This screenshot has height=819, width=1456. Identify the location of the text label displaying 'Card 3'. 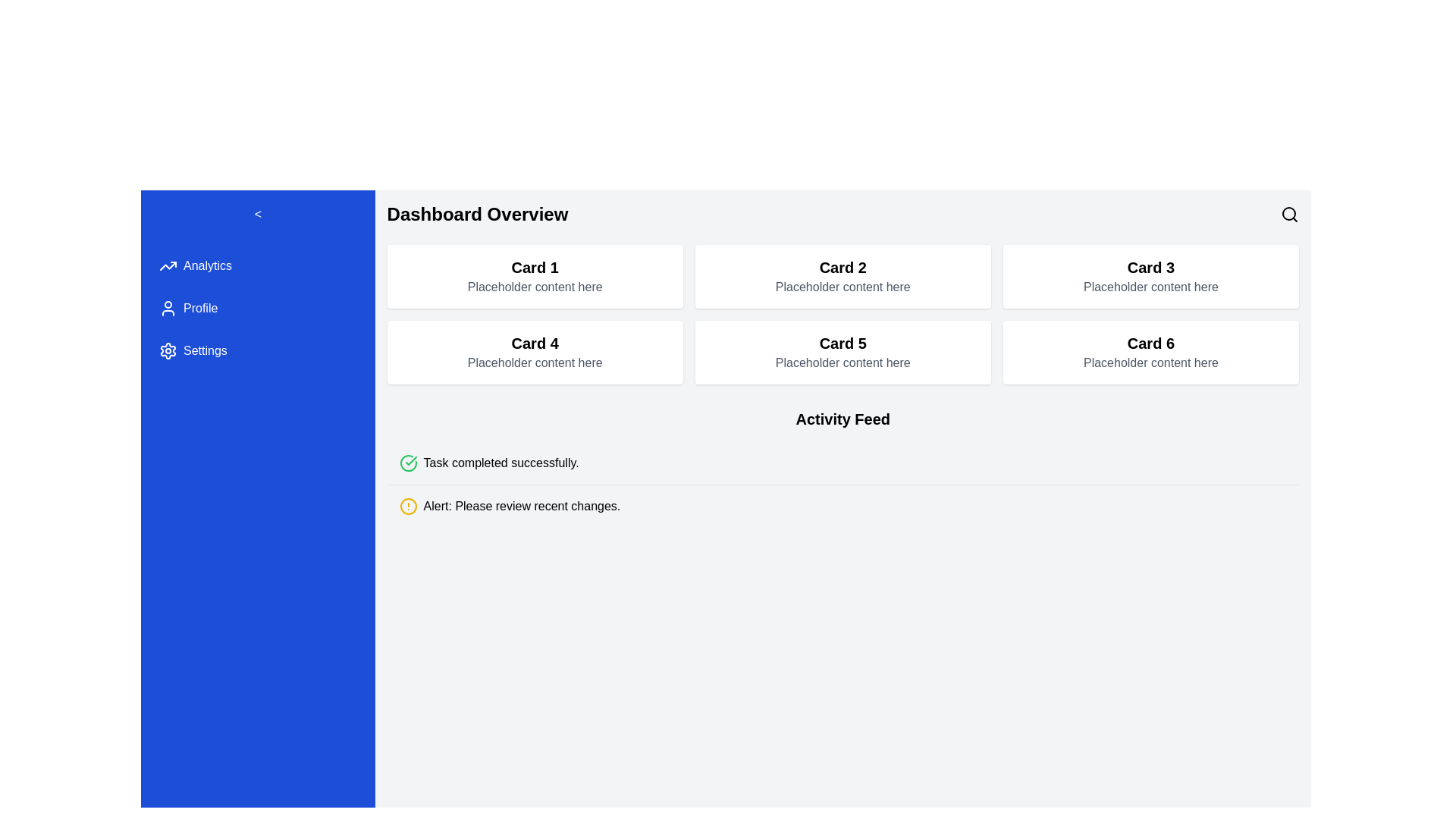
(1150, 267).